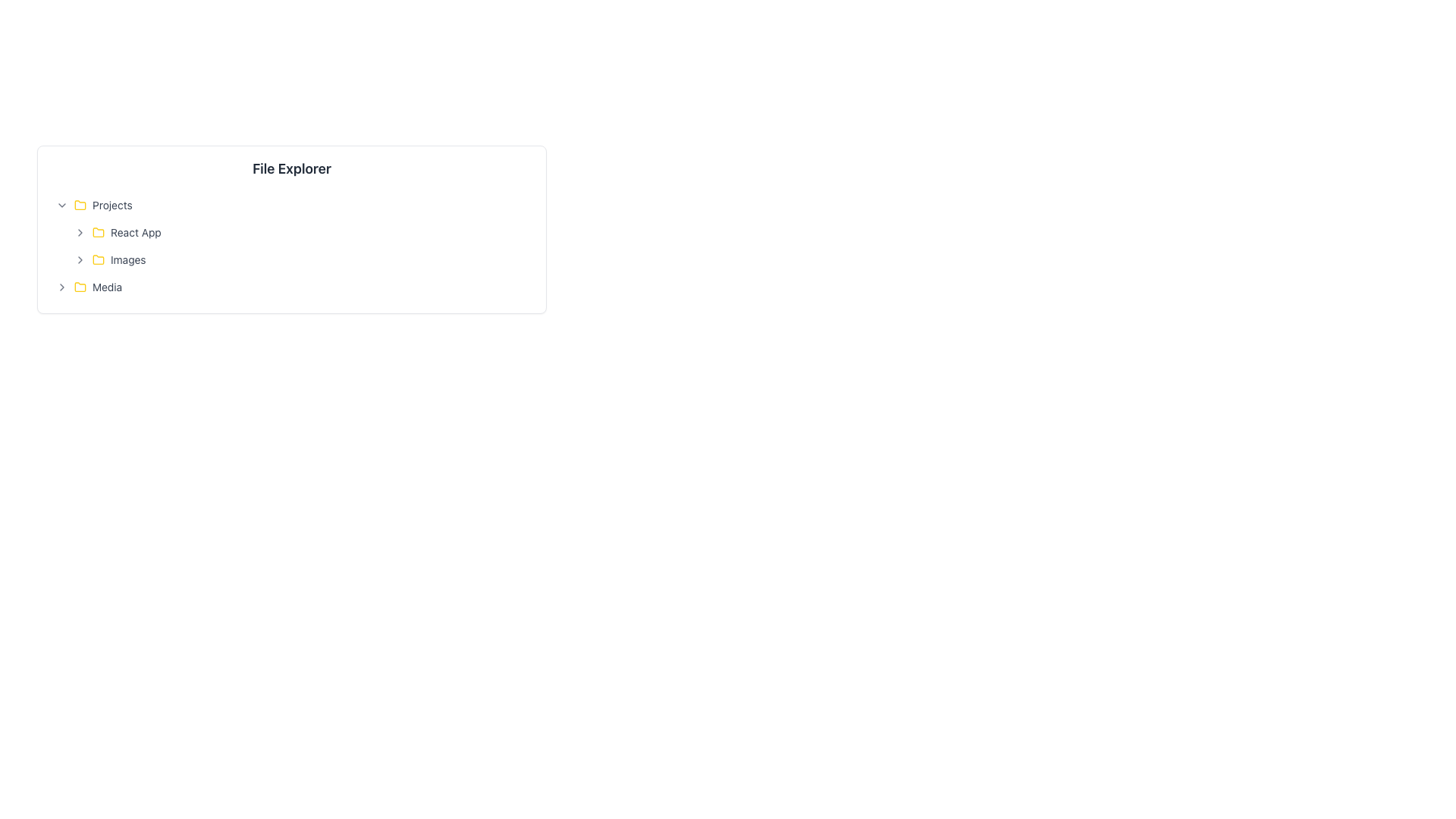 This screenshot has height=819, width=1456. I want to click on the visual indicator icon for the 'Images' folder located in the file explorer, so click(97, 259).